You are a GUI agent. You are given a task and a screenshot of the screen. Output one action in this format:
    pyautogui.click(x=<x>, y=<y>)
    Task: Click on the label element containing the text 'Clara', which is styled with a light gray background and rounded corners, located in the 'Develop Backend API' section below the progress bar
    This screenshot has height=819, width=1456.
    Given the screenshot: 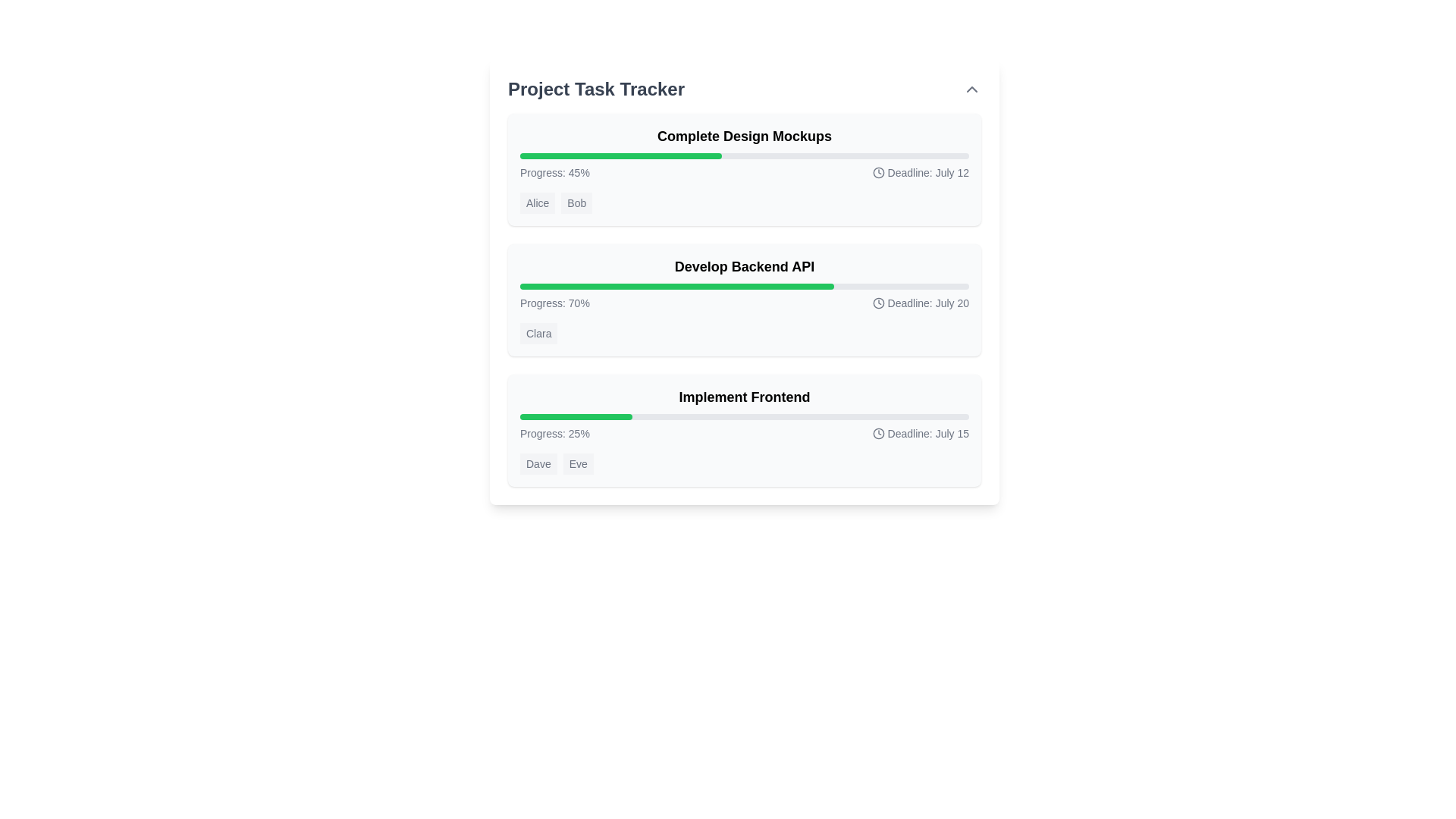 What is the action you would take?
    pyautogui.click(x=538, y=332)
    